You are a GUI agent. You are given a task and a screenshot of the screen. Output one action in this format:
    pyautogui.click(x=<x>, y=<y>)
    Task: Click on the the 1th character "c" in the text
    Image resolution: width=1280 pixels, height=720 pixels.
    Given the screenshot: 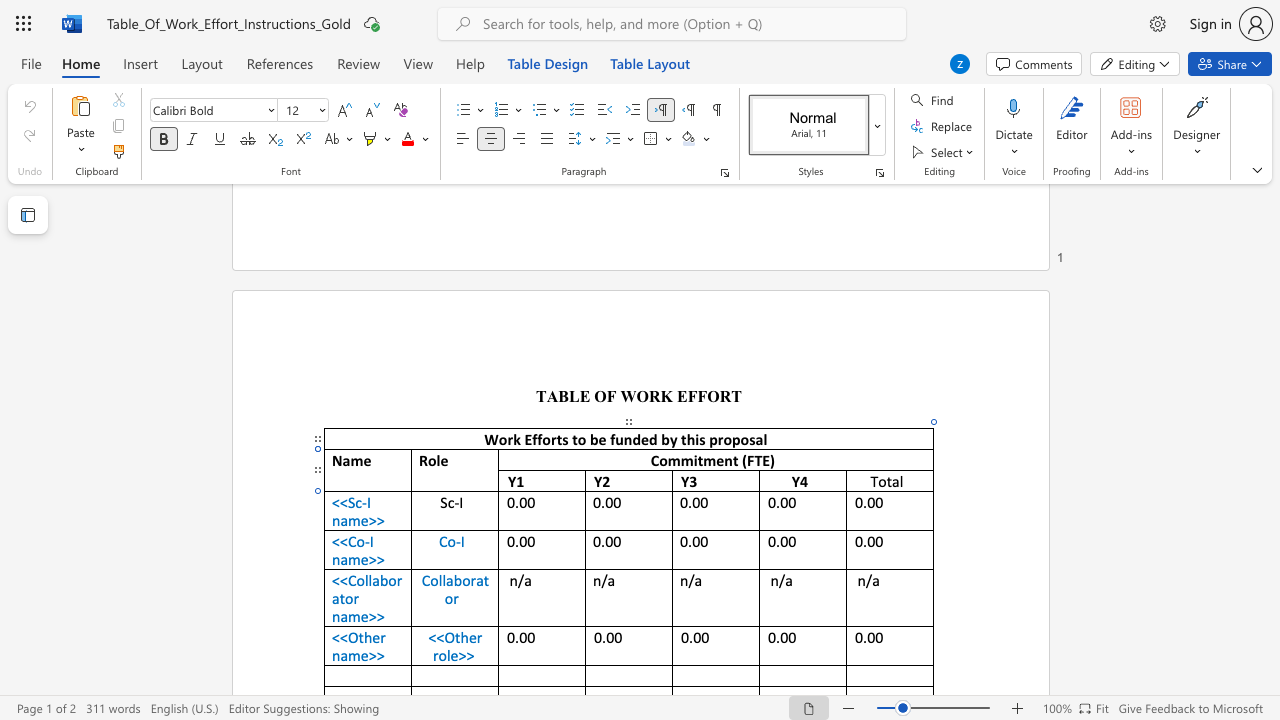 What is the action you would take?
    pyautogui.click(x=358, y=501)
    